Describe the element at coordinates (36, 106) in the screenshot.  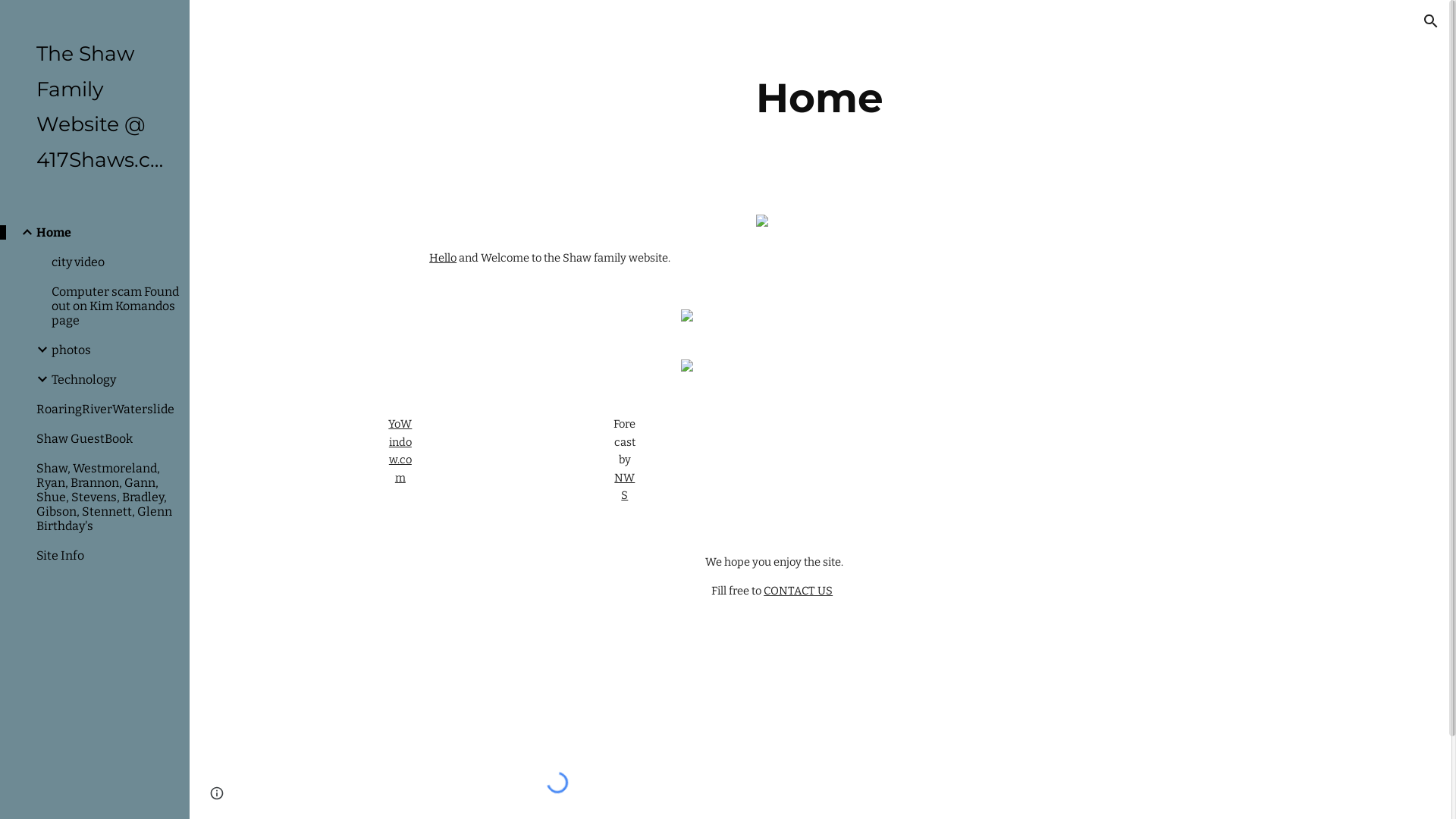
I see `'The Shaw Family Website @ 417Shaws.com'` at that location.